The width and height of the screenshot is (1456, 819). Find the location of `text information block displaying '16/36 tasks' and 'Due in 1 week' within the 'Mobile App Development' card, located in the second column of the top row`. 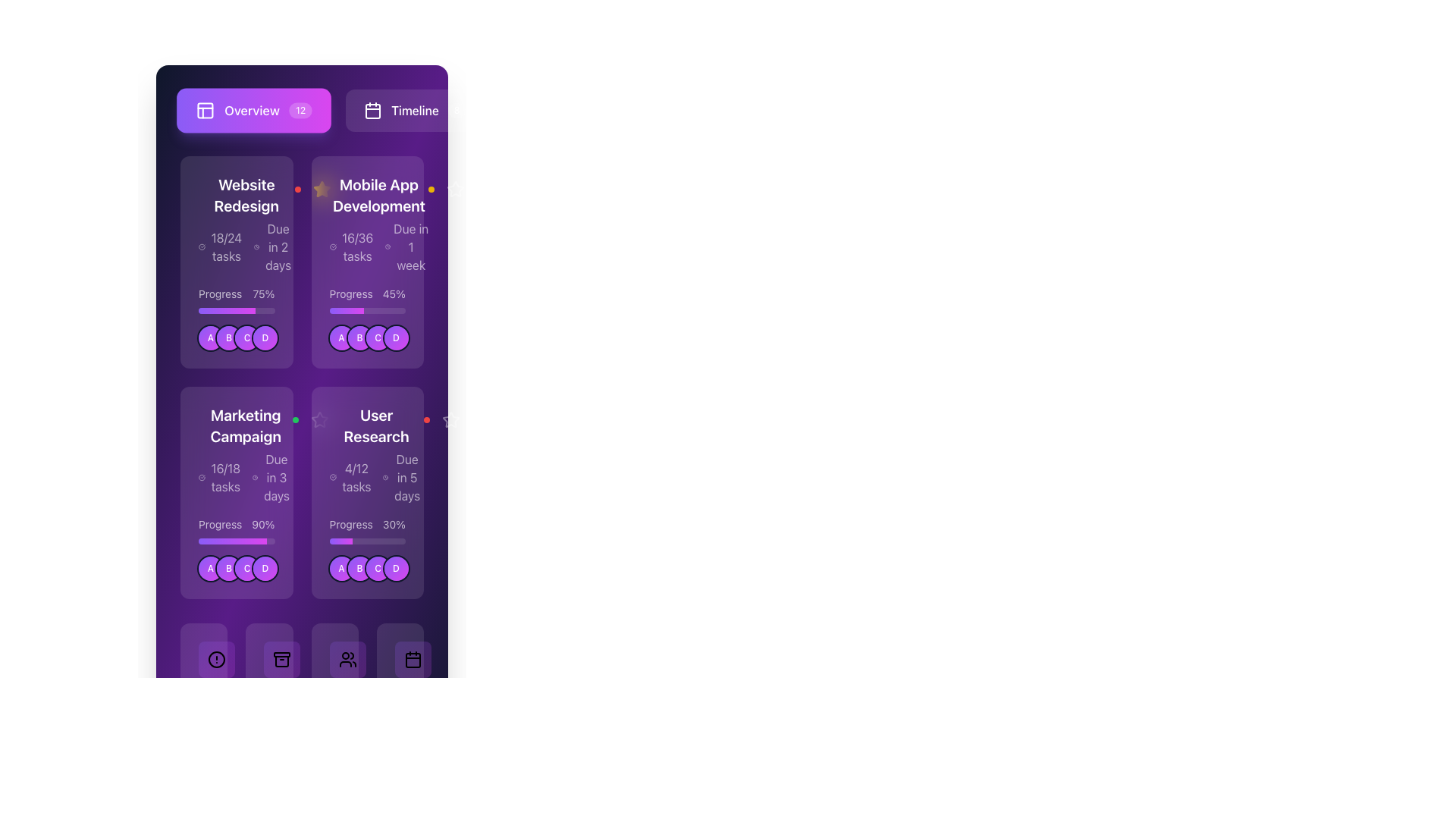

text information block displaying '16/36 tasks' and 'Due in 1 week' within the 'Mobile App Development' card, located in the second column of the top row is located at coordinates (378, 246).